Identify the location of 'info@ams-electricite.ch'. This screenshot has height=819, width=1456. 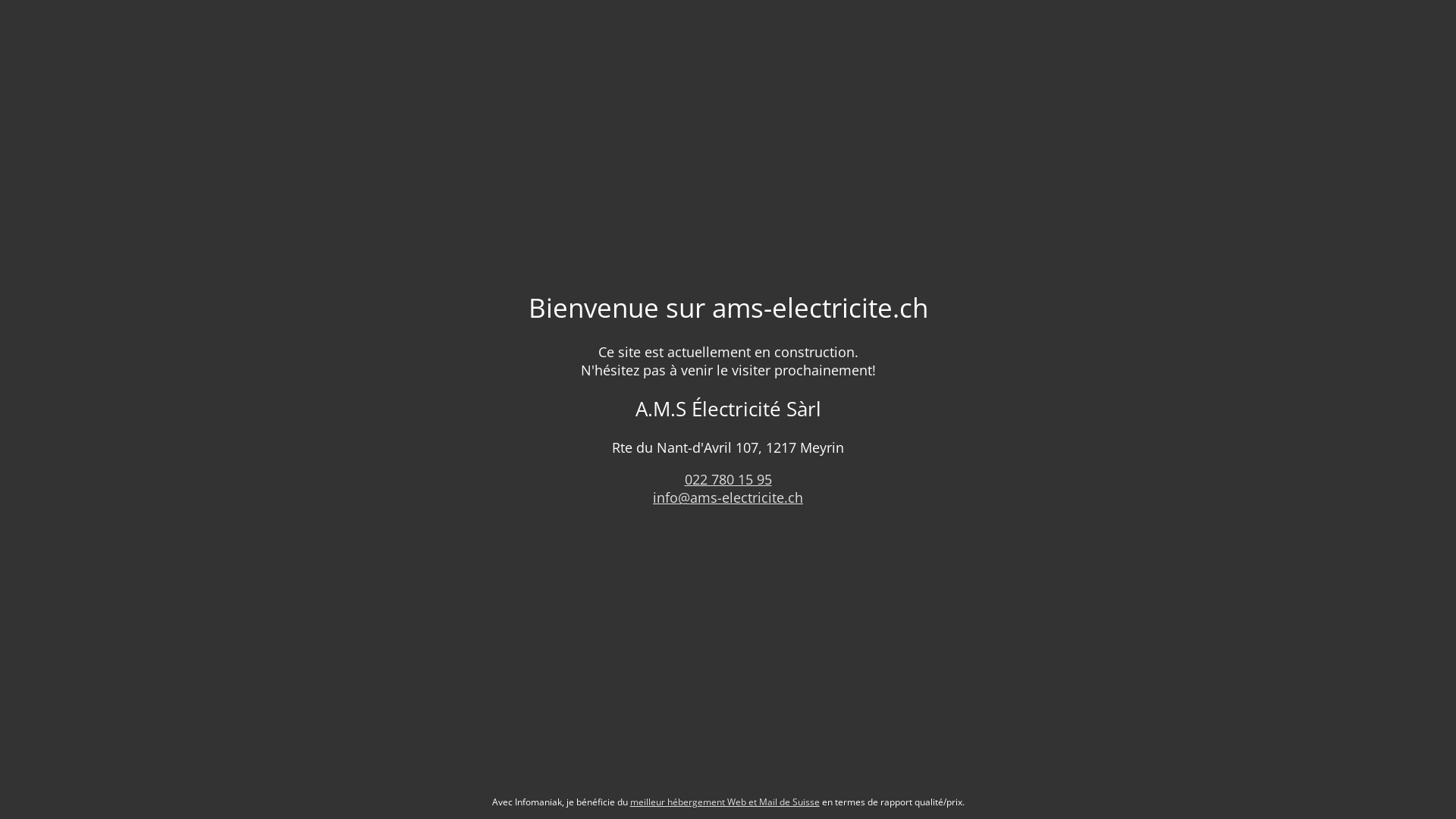
(728, 497).